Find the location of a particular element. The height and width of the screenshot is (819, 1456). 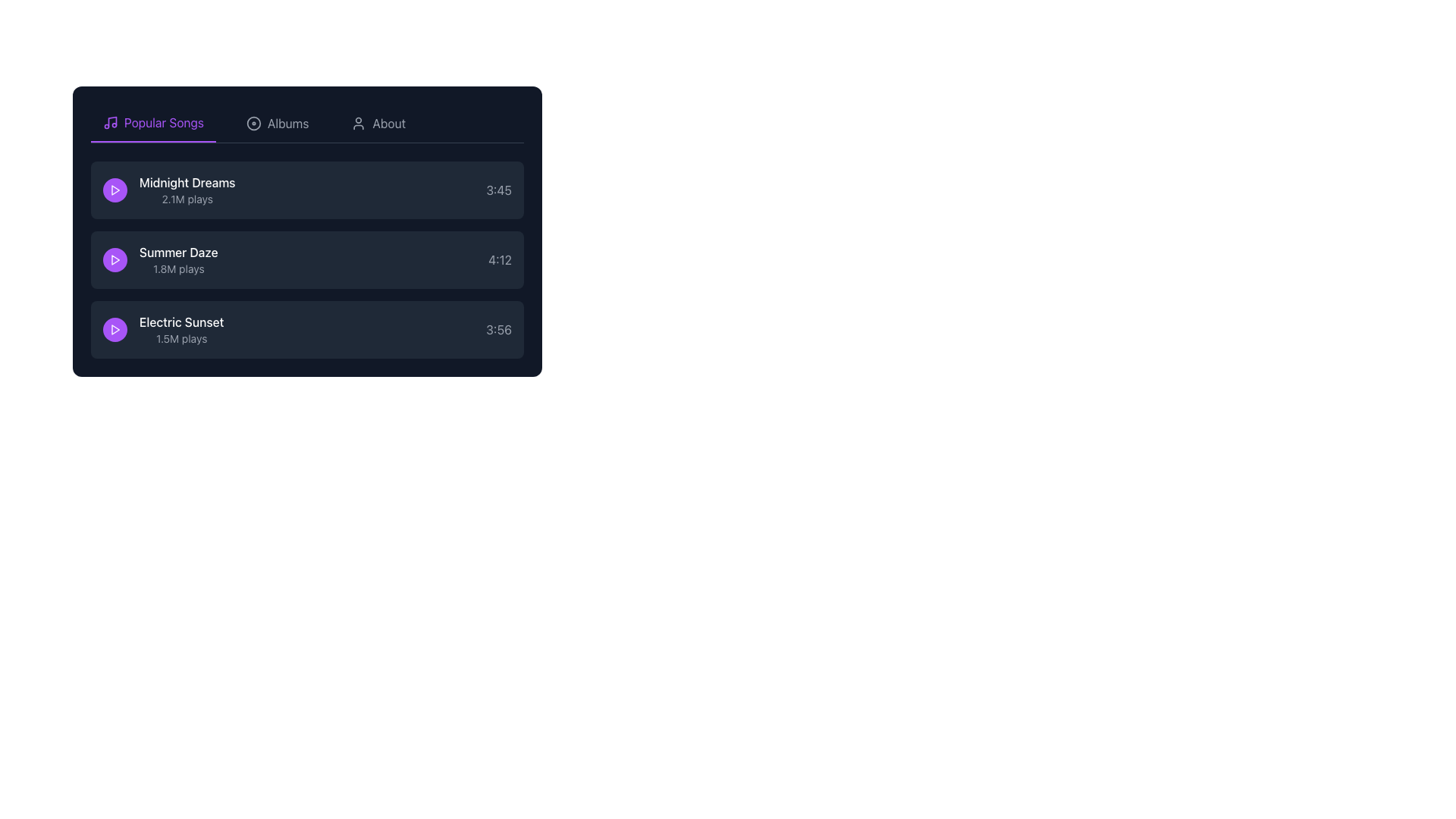

the 'About' button, which is the third button in a row of navigation buttons is located at coordinates (378, 122).